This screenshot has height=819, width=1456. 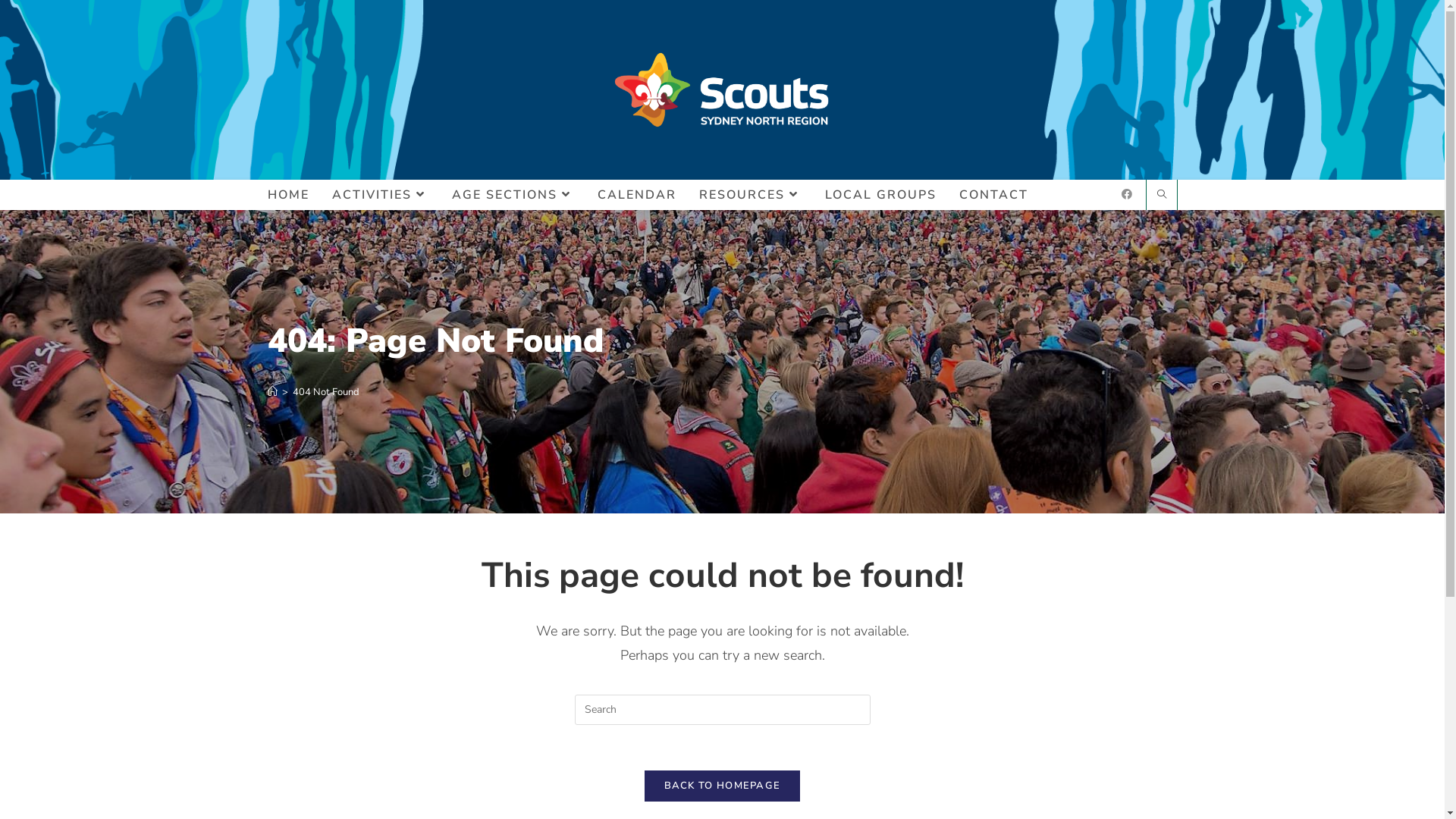 I want to click on 'RESOURCES', so click(x=749, y=194).